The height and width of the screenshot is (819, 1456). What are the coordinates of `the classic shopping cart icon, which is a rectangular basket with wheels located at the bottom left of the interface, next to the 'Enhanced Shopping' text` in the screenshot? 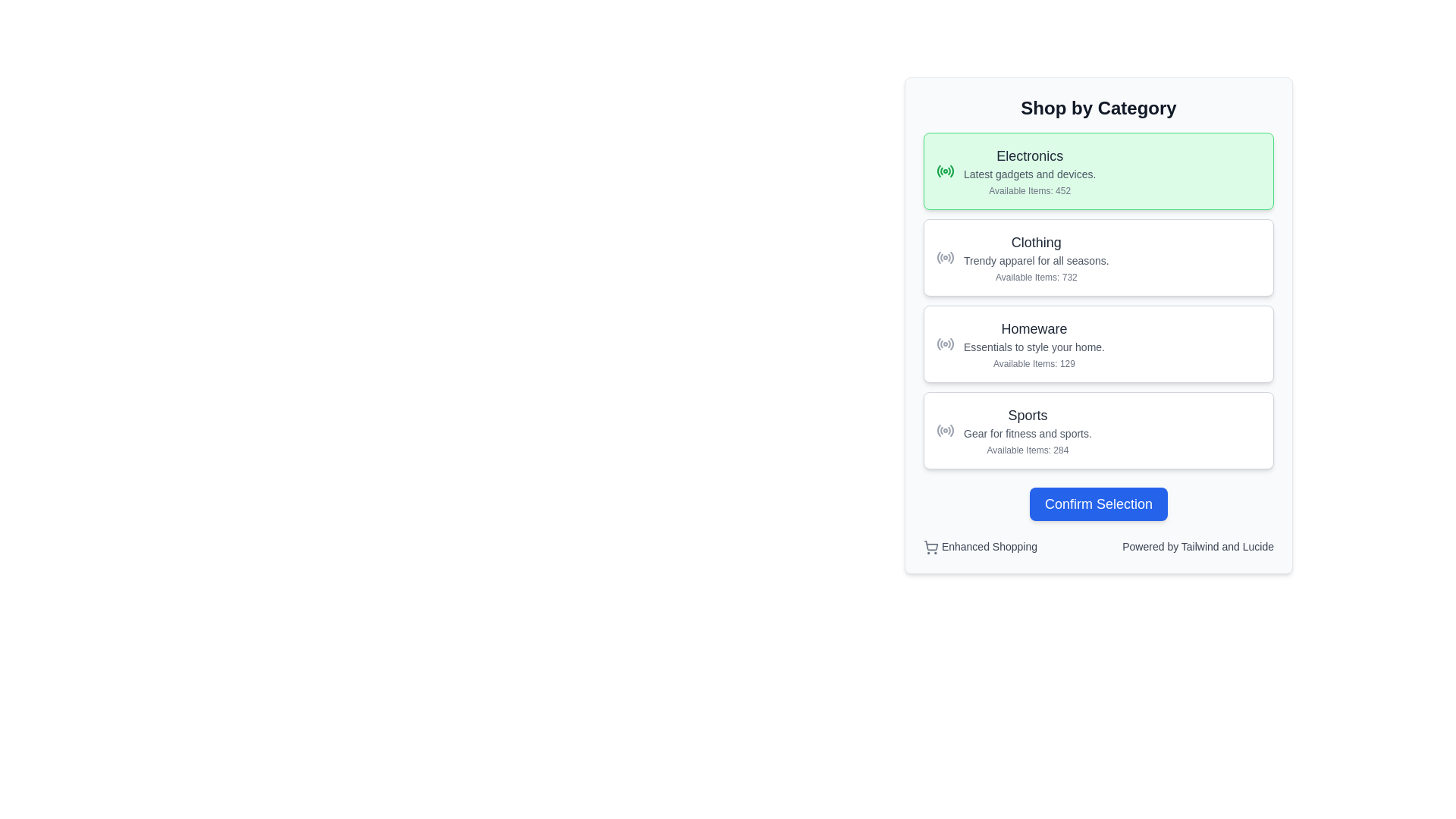 It's located at (930, 547).